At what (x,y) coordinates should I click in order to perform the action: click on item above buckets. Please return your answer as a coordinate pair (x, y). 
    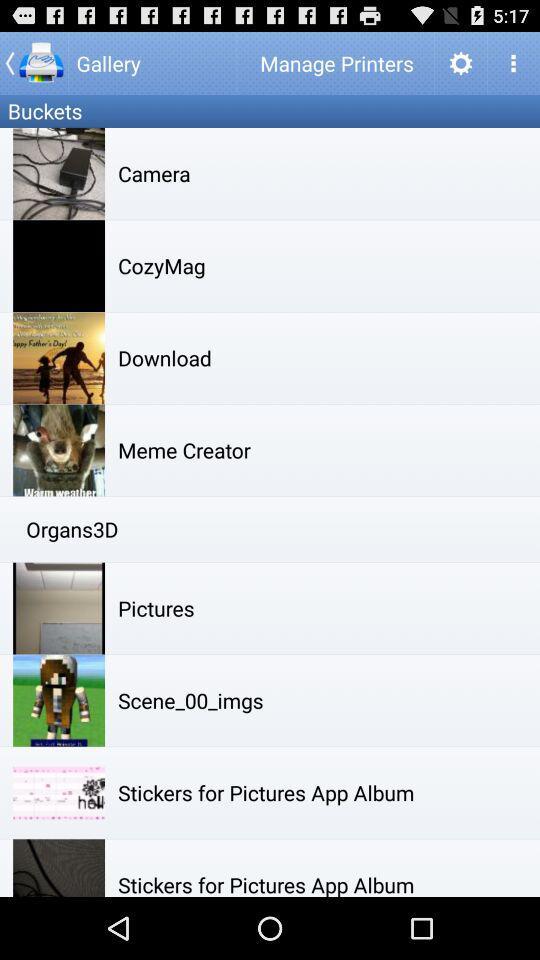
    Looking at the image, I should click on (33, 62).